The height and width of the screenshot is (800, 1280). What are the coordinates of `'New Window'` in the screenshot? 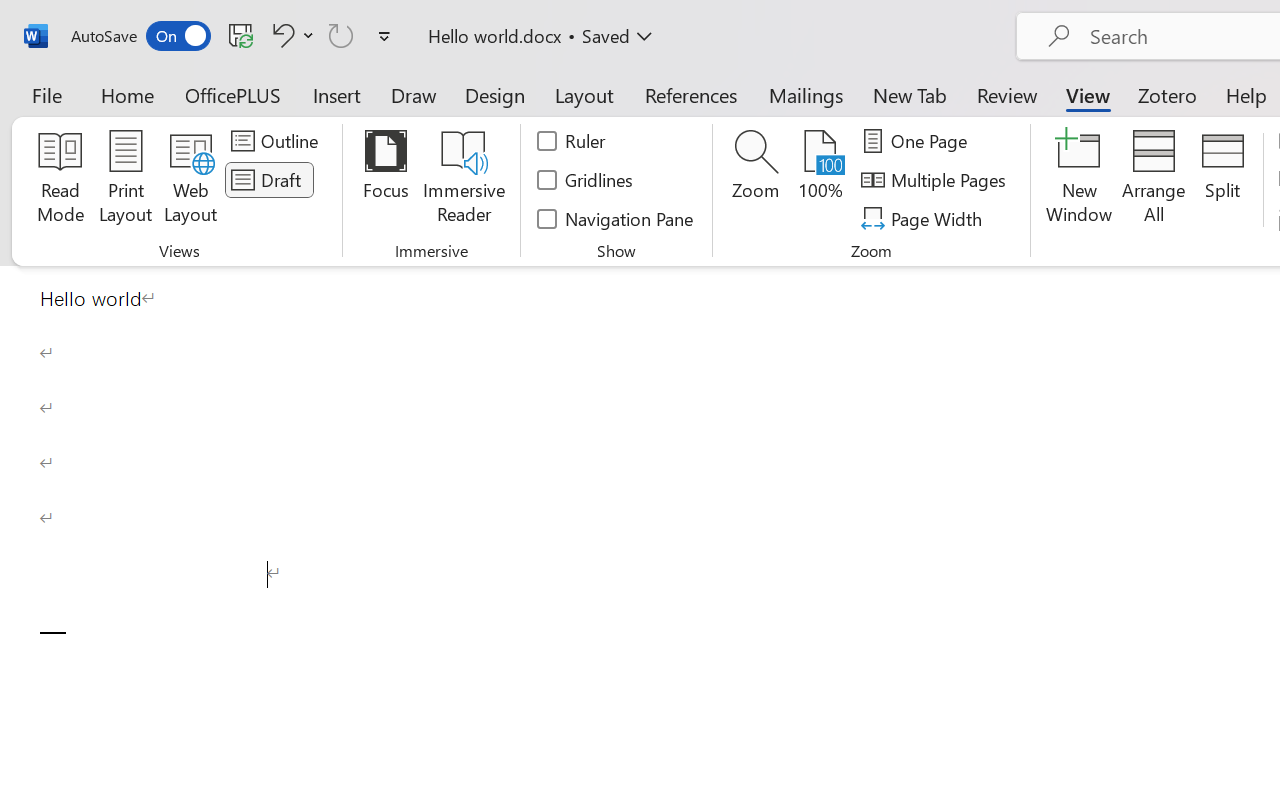 It's located at (1078, 179).